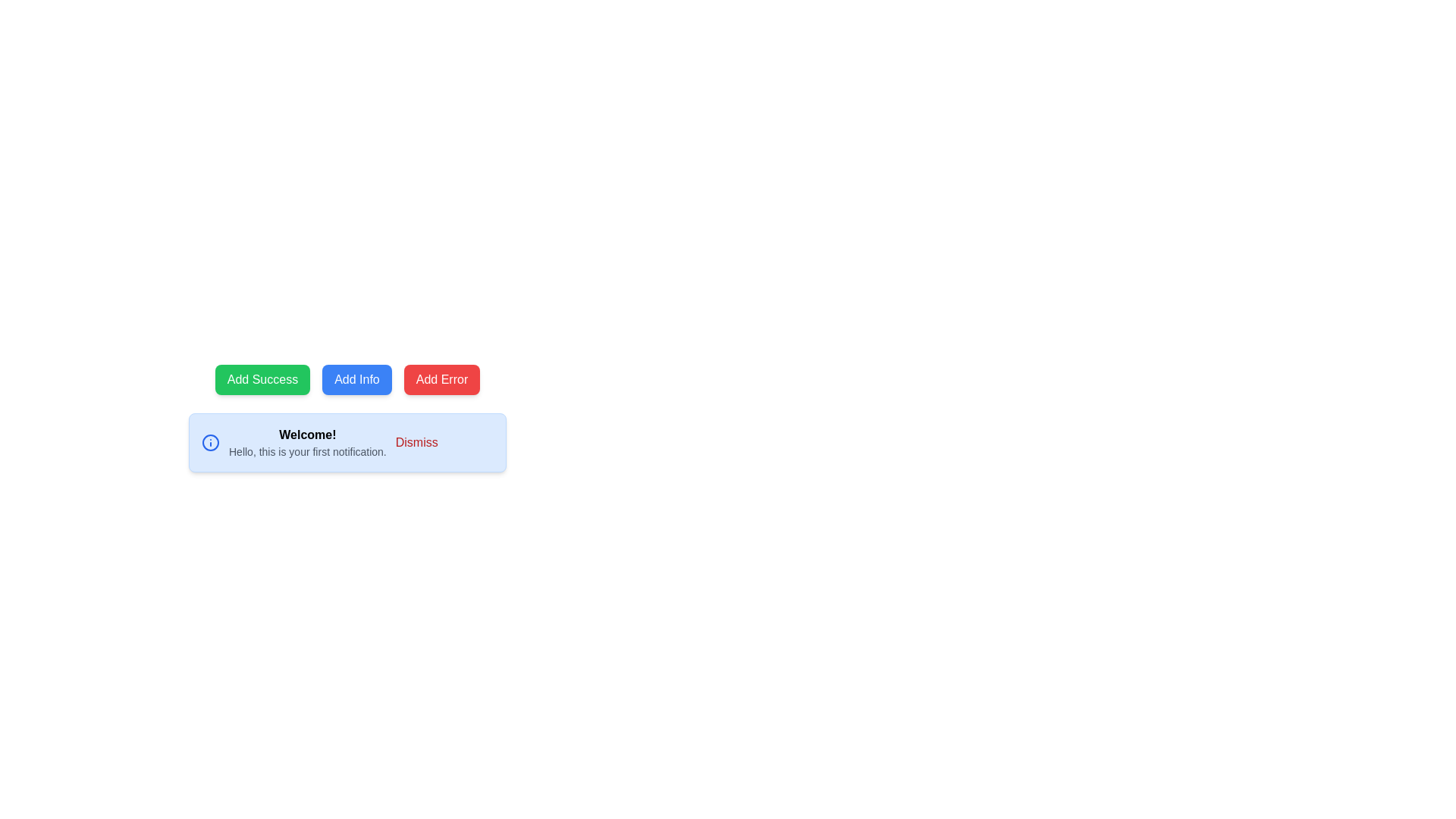  What do you see at coordinates (210, 442) in the screenshot?
I see `the informational icon located within the light blue notification box that reads 'Welcome! Hello, this is your first notification.'` at bounding box center [210, 442].